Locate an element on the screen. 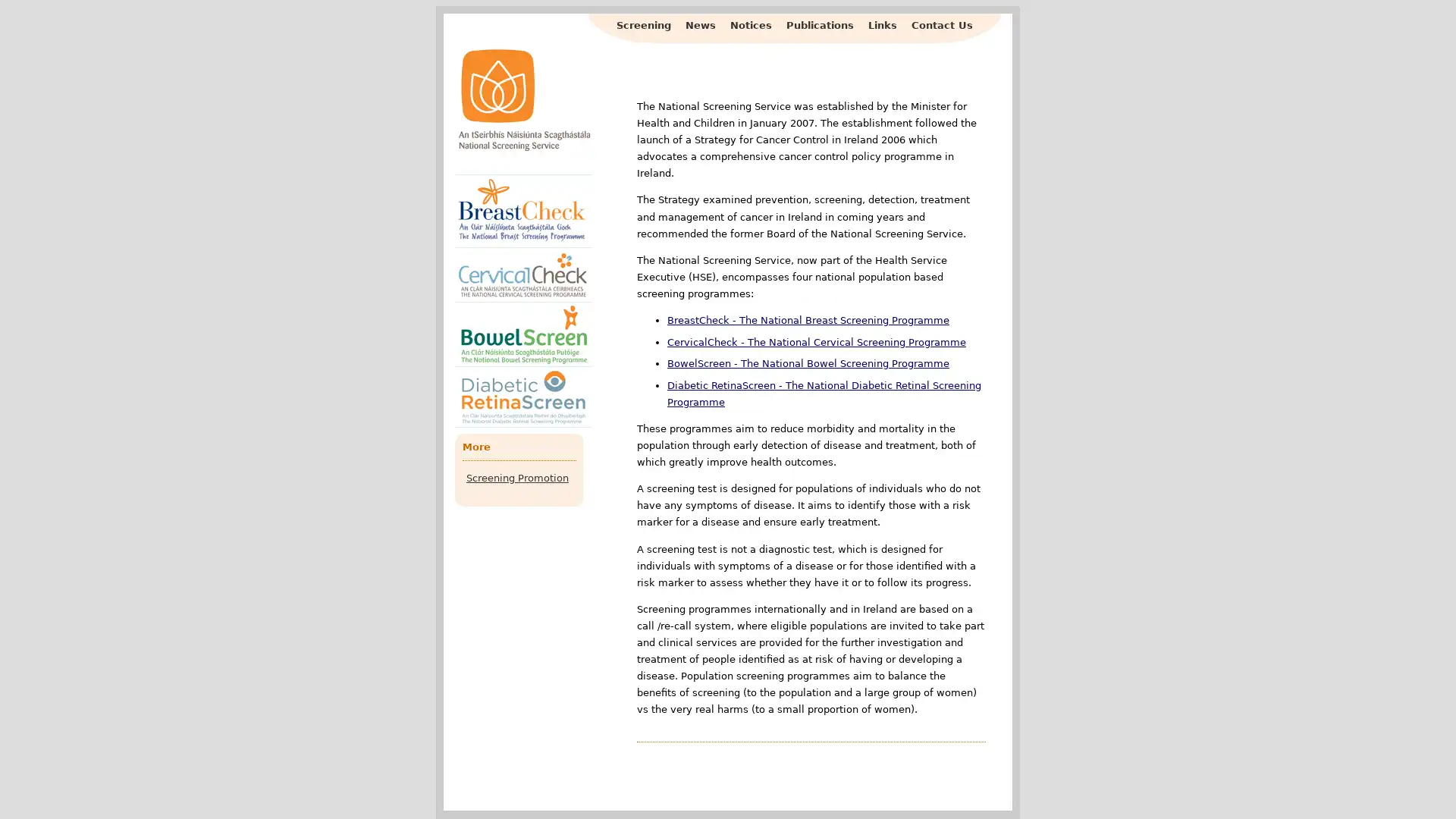  Necessary Cookies Only is located at coordinates (1105, 786).